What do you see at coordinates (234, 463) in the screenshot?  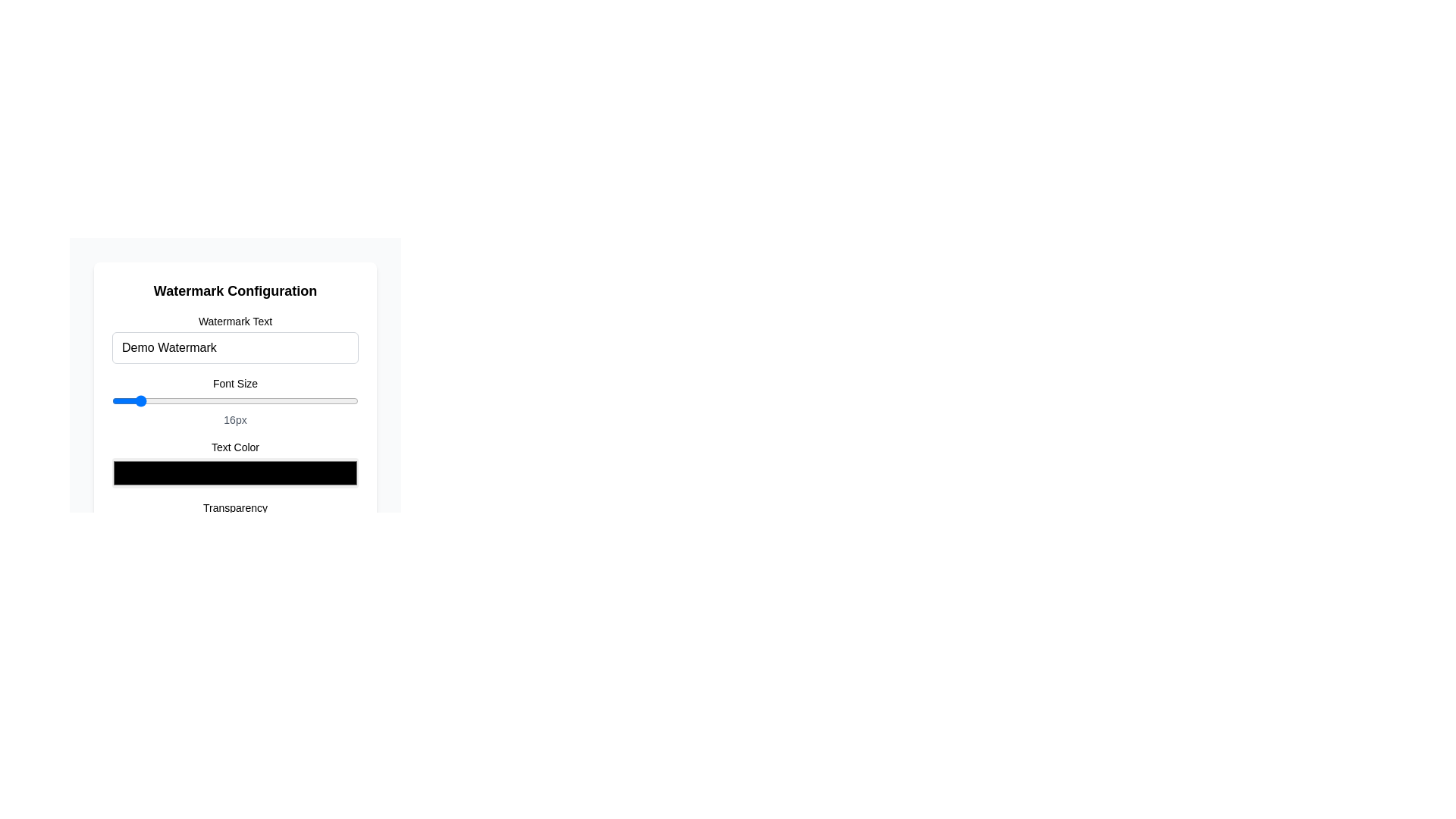 I see `the black rectangular area of the Color Picker Input labeled 'Text Color'` at bounding box center [234, 463].